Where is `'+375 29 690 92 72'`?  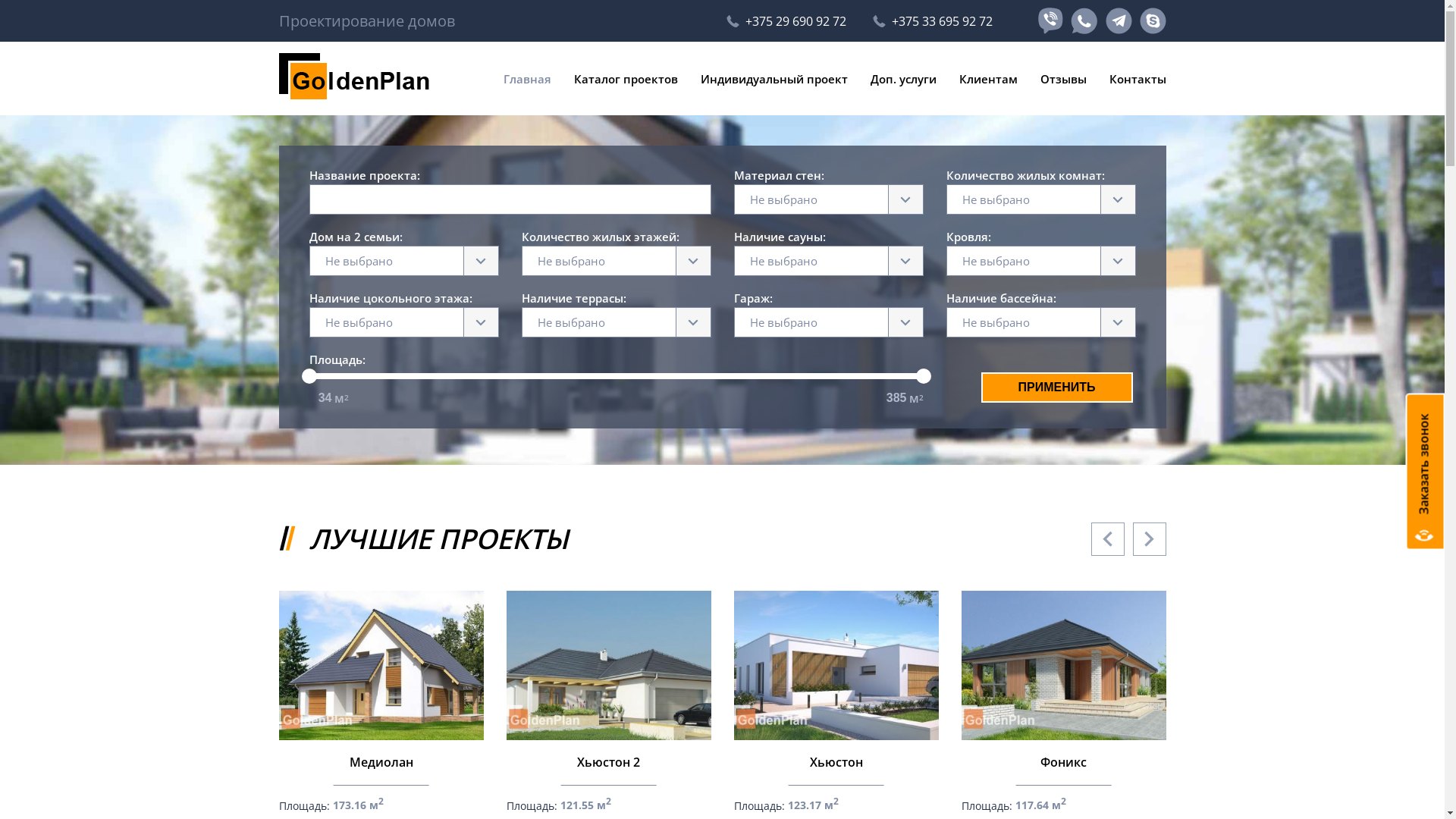
'+375 29 690 92 72' is located at coordinates (726, 20).